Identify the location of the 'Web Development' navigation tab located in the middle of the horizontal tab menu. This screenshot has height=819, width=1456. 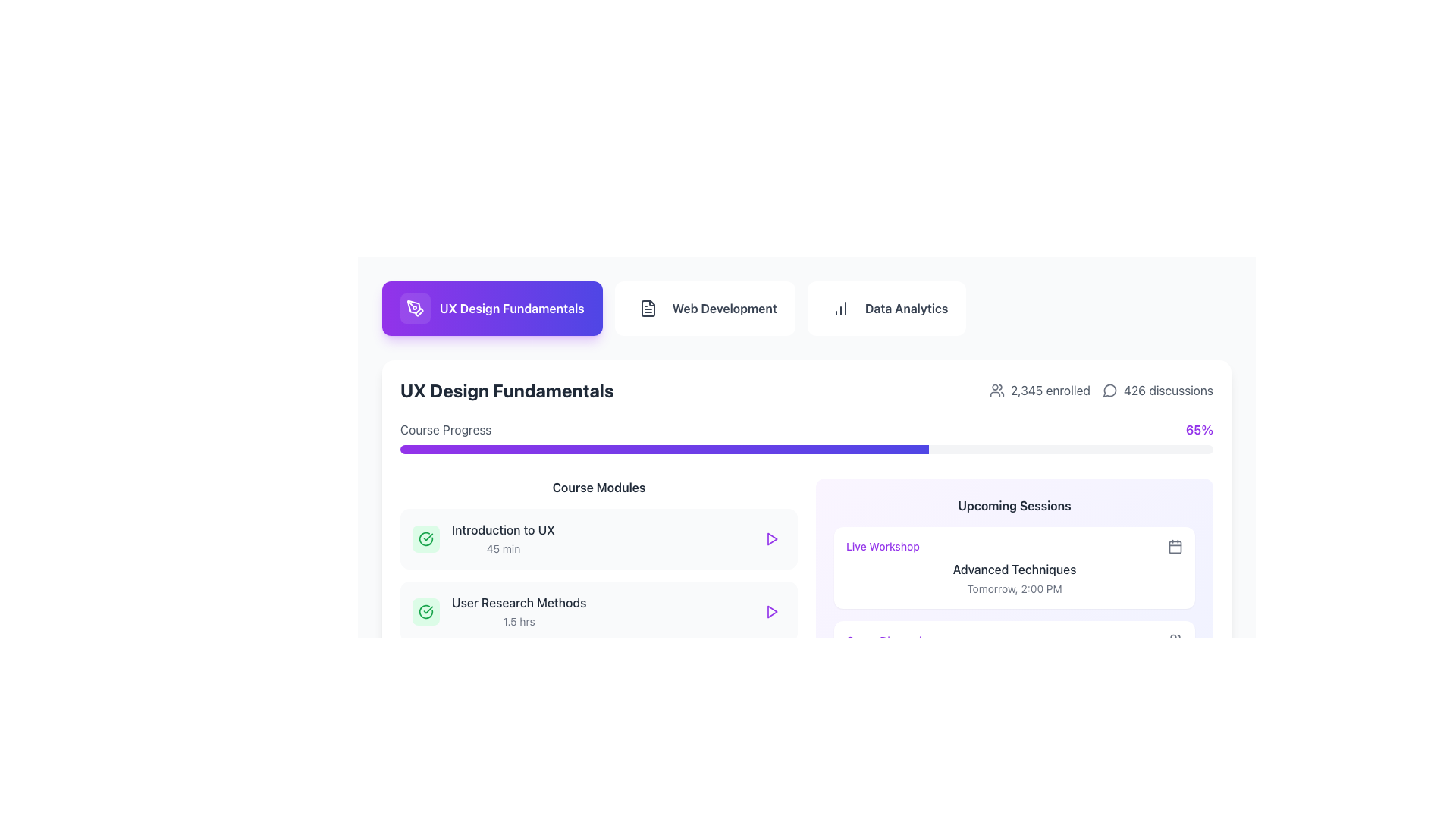
(648, 308).